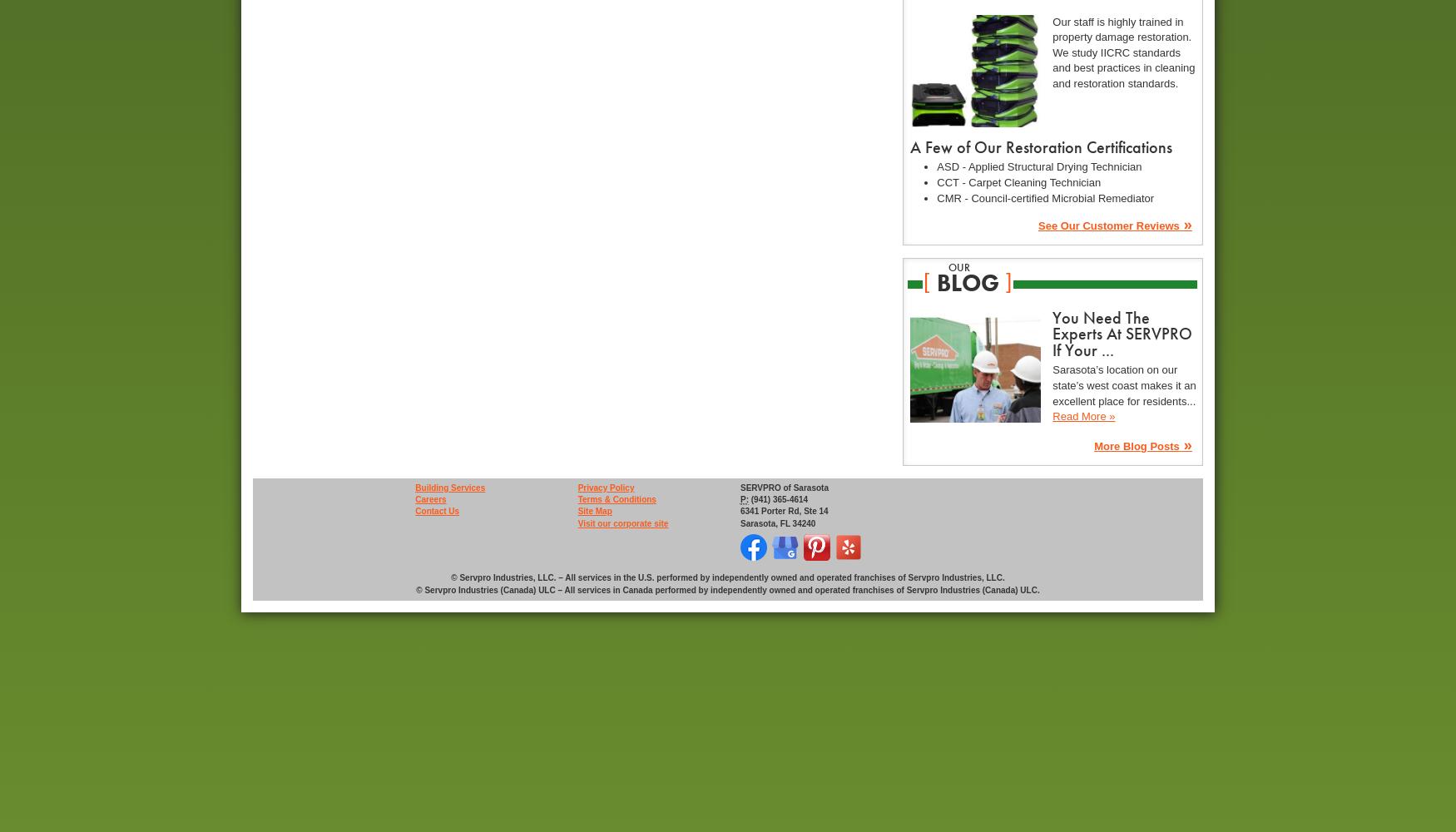  Describe the element at coordinates (748, 565) in the screenshot. I see `'9144'` at that location.